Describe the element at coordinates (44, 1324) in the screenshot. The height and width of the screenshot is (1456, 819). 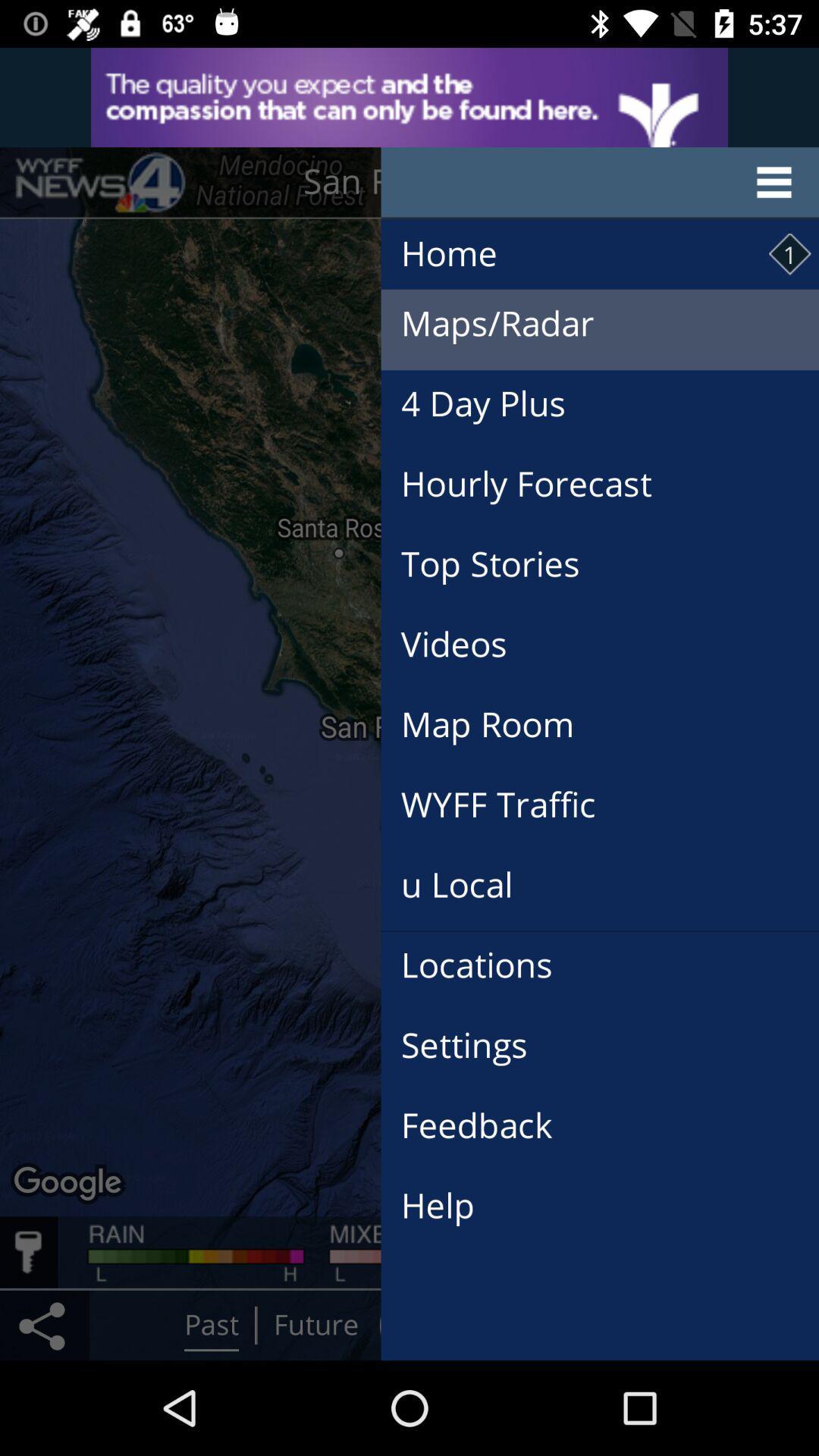
I see `the share icon` at that location.